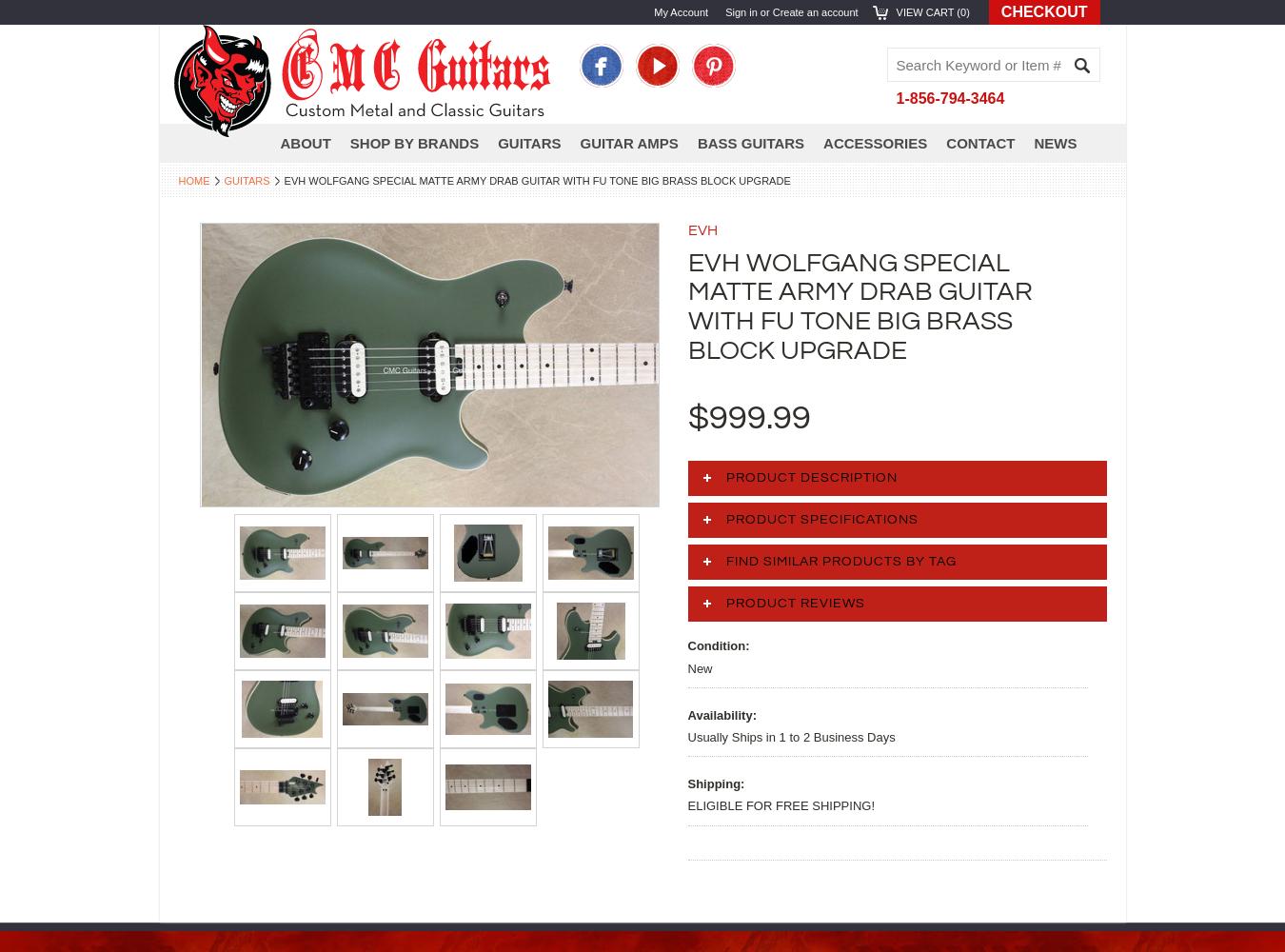  What do you see at coordinates (810, 478) in the screenshot?
I see `'Product Description'` at bounding box center [810, 478].